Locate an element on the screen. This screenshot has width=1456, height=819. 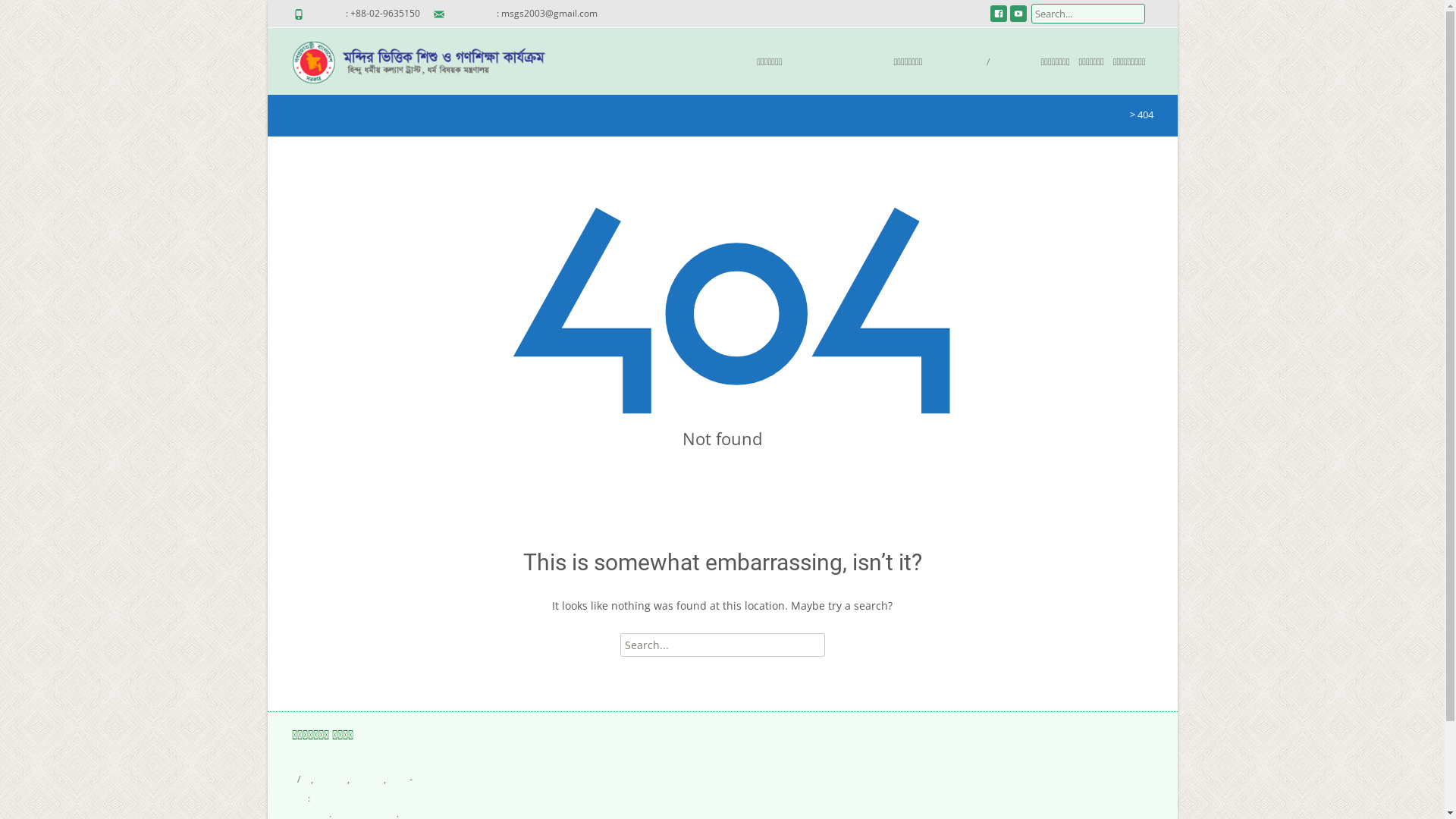
'Skip to content' is located at coordinates (629, 36).